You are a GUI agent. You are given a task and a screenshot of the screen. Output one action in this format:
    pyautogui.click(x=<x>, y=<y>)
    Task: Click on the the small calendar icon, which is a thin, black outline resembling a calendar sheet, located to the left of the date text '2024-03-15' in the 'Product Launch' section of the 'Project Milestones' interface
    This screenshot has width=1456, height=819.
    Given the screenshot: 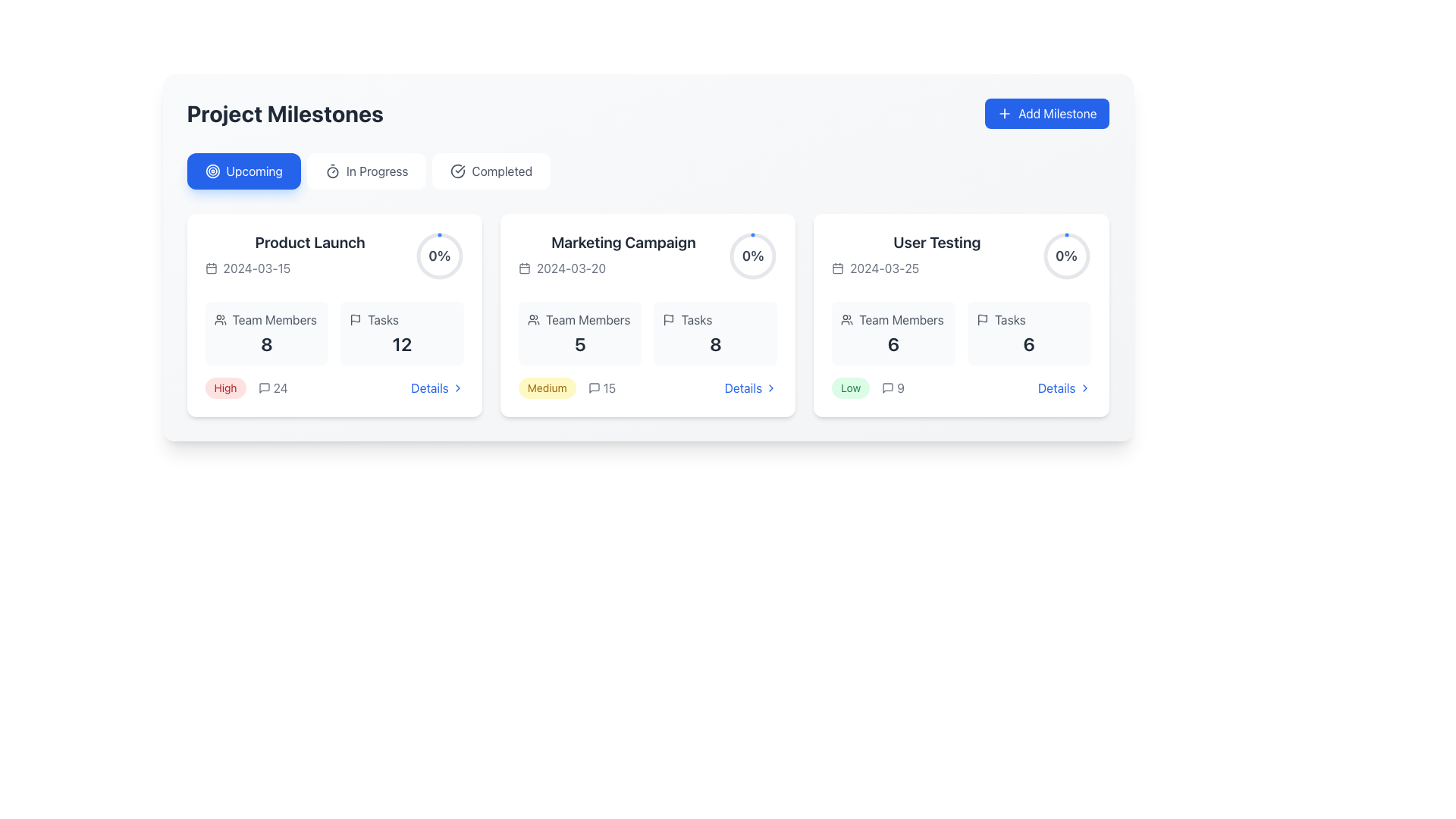 What is the action you would take?
    pyautogui.click(x=210, y=268)
    